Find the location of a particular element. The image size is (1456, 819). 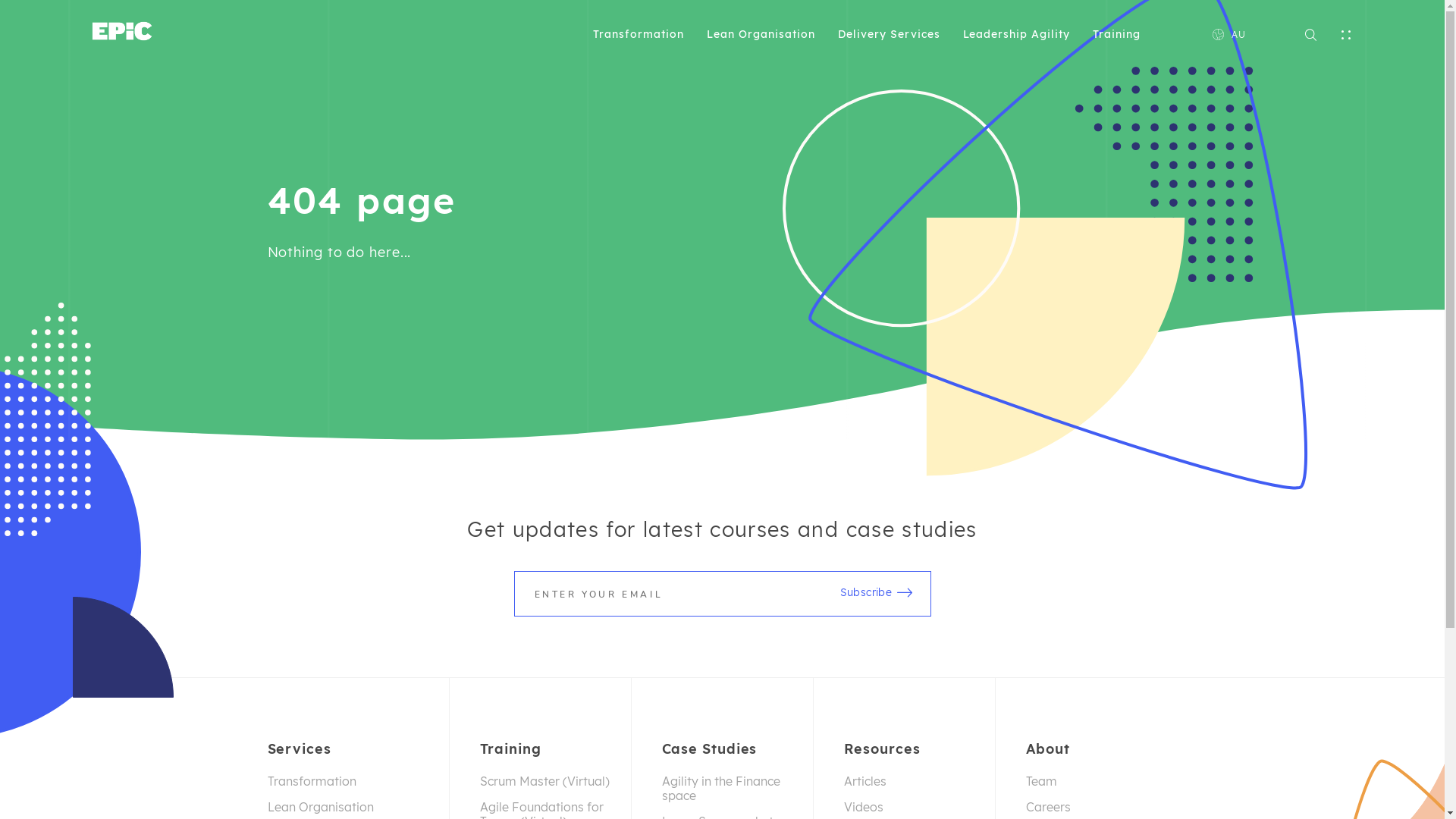

'Resources' is located at coordinates (915, 748).